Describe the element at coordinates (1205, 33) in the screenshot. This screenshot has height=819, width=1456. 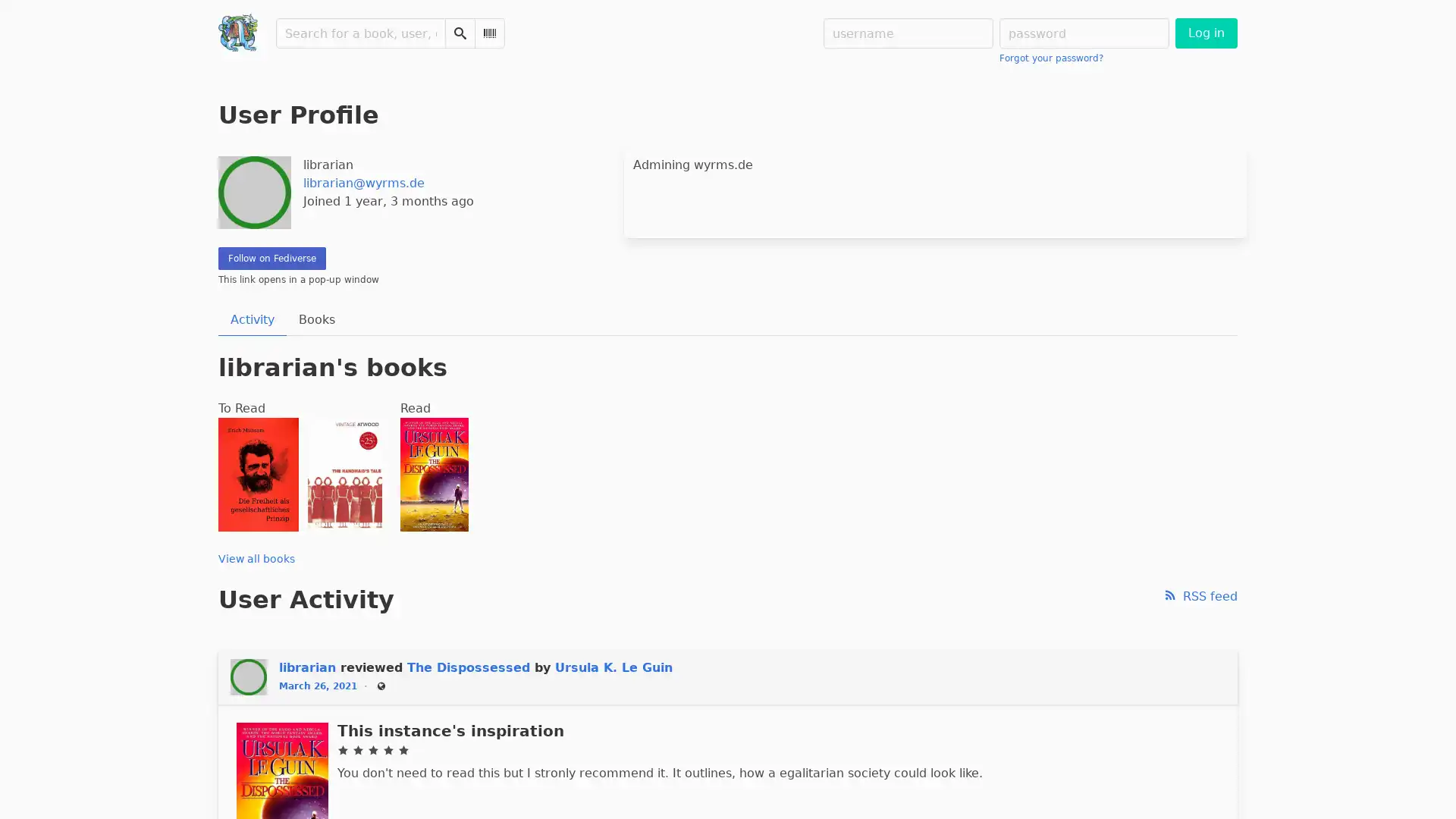
I see `Log in` at that location.